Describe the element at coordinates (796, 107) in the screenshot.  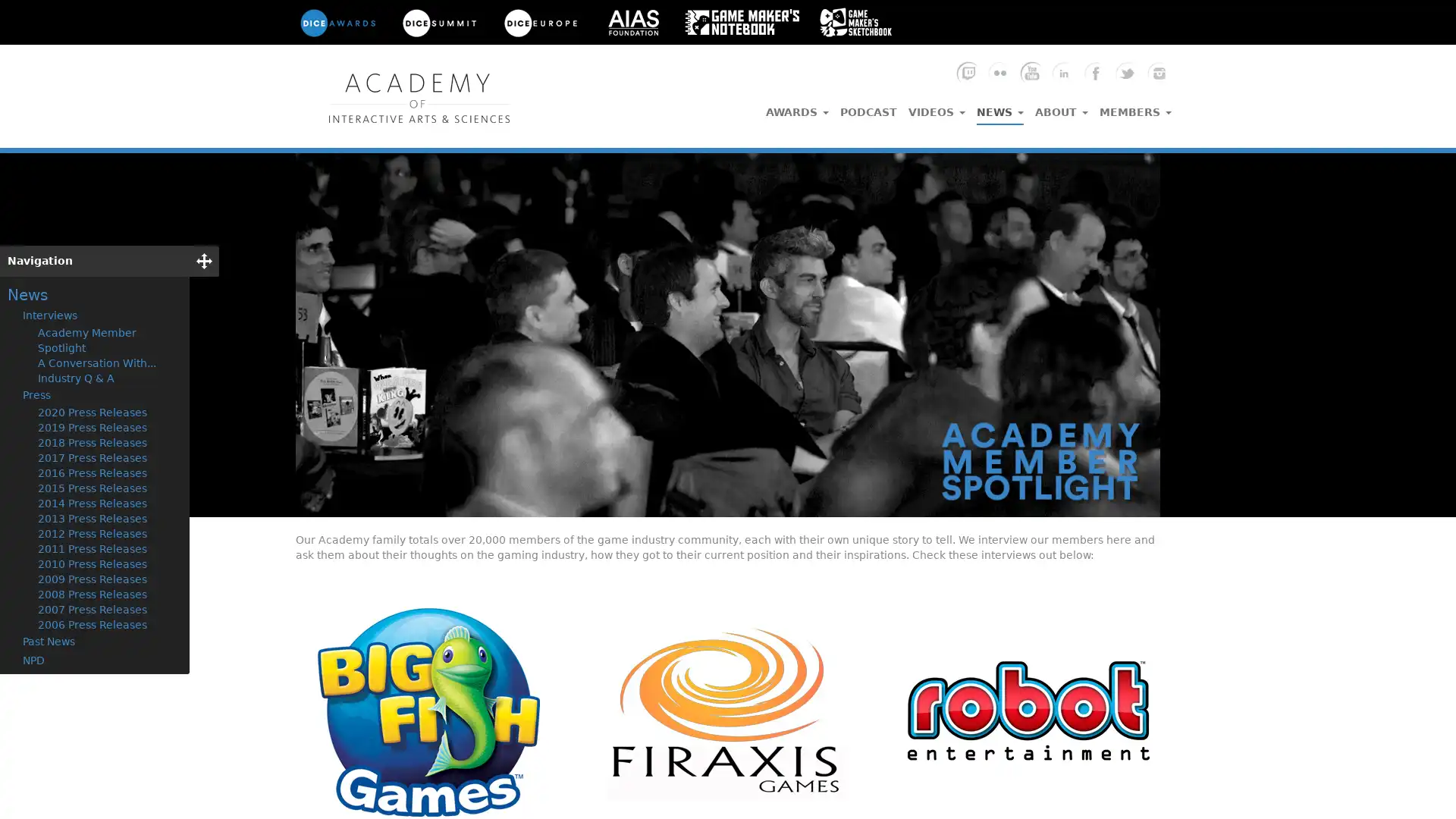
I see `AWARDS` at that location.